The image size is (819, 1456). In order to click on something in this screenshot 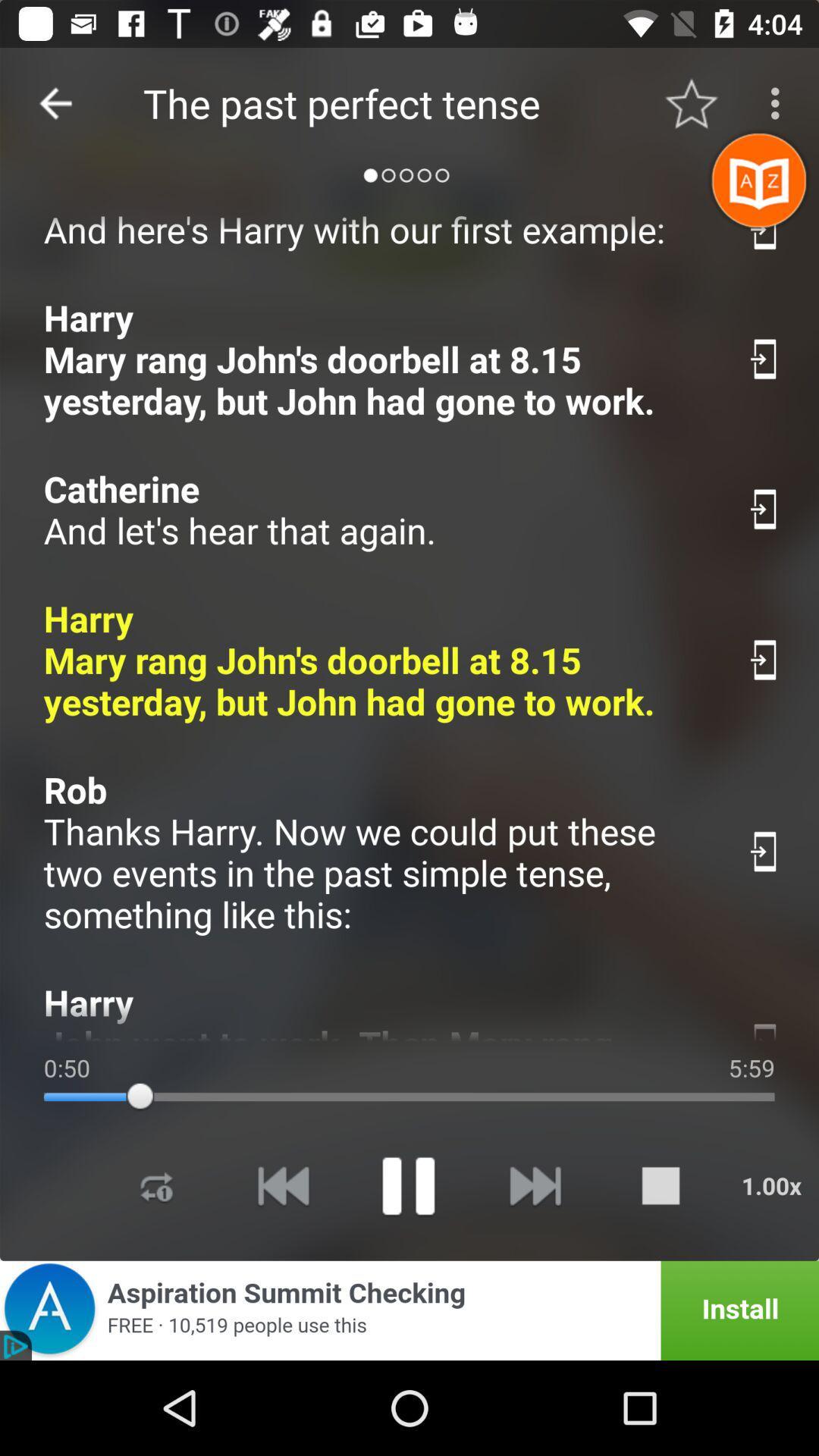, I will do `click(407, 1185)`.